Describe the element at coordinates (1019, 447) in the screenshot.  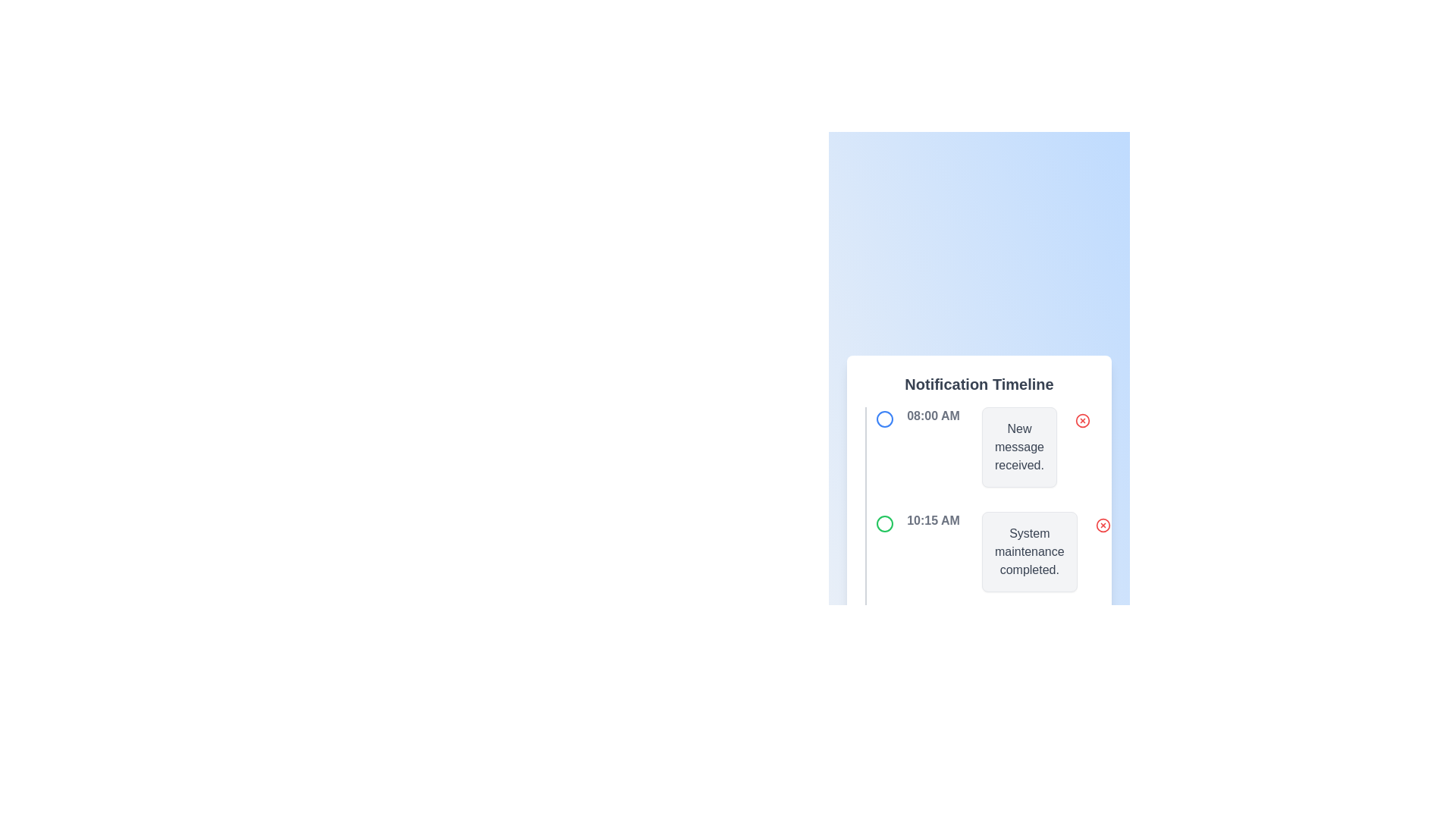
I see `the text label displaying the notification message for a new message received, which is positioned next to the time icon '08:00 AM' and a delete button` at that location.